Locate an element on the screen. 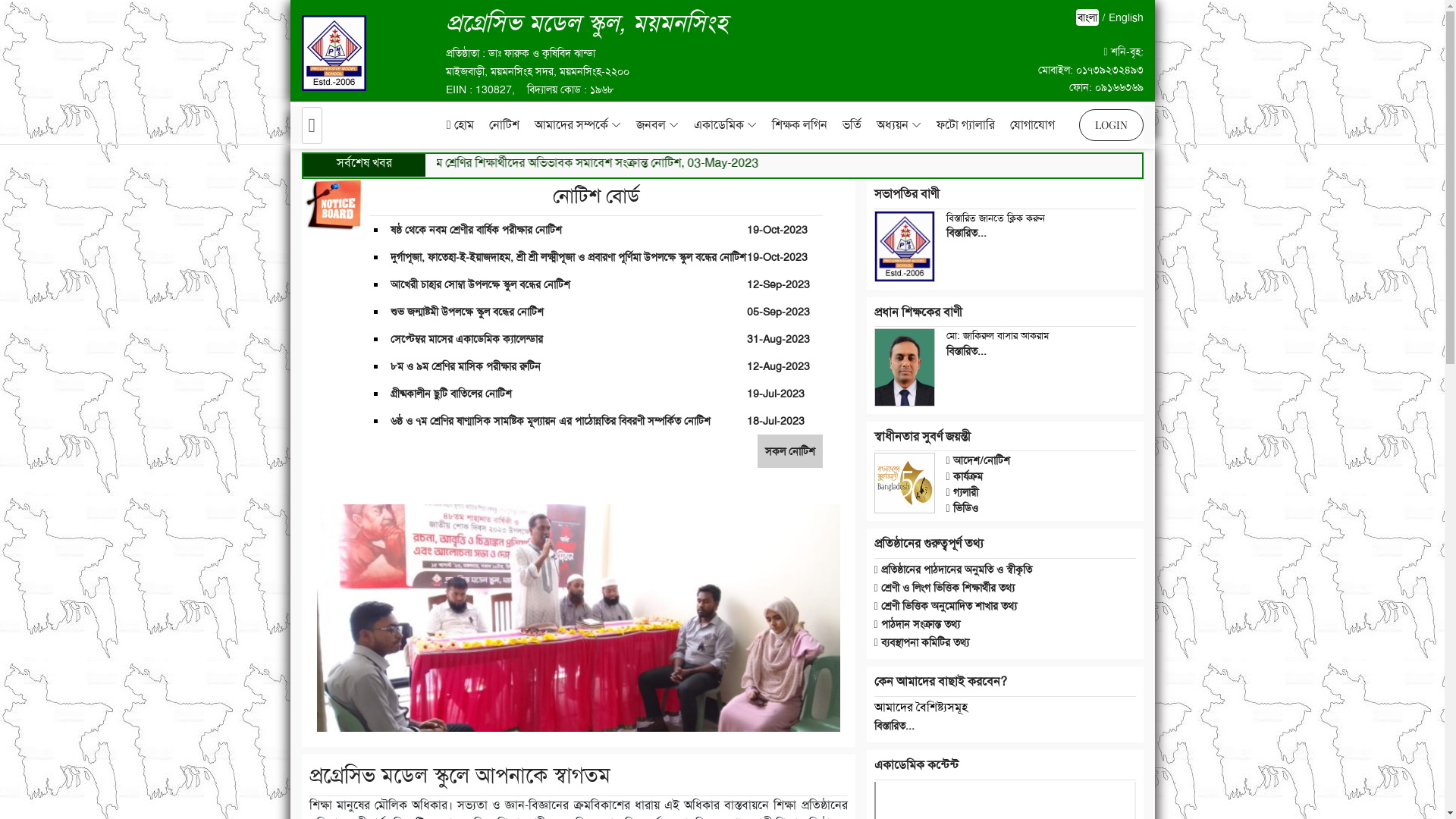 The width and height of the screenshot is (1456, 819). '12-Aug-2023' is located at coordinates (746, 366).